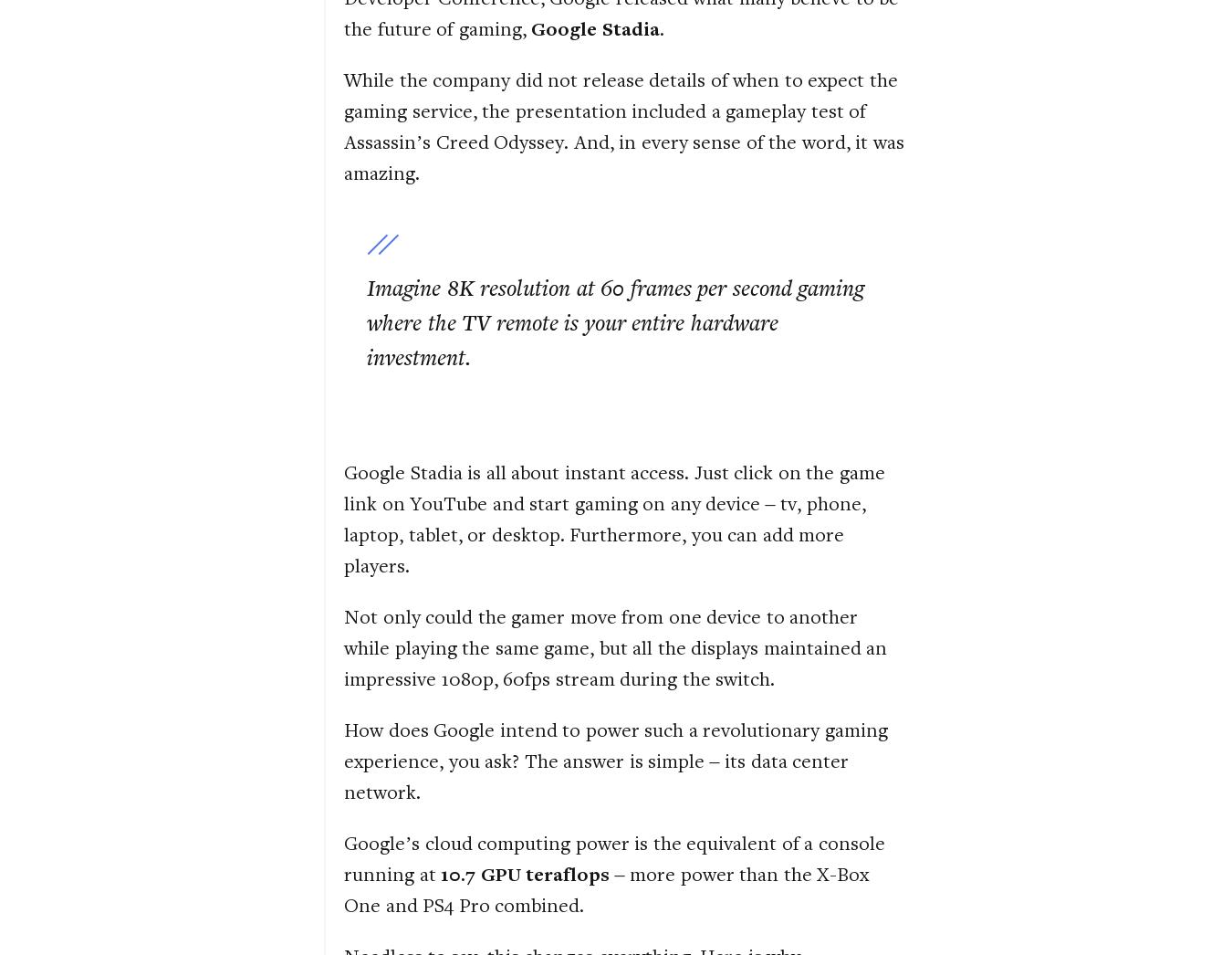  Describe the element at coordinates (622, 124) in the screenshot. I see `'While the company did not release details of when to expect the gaming service, the presentation included a gameplay test of Assassin’s Creed Odyssey. And, in every sense of the word, it was amazing.'` at that location.